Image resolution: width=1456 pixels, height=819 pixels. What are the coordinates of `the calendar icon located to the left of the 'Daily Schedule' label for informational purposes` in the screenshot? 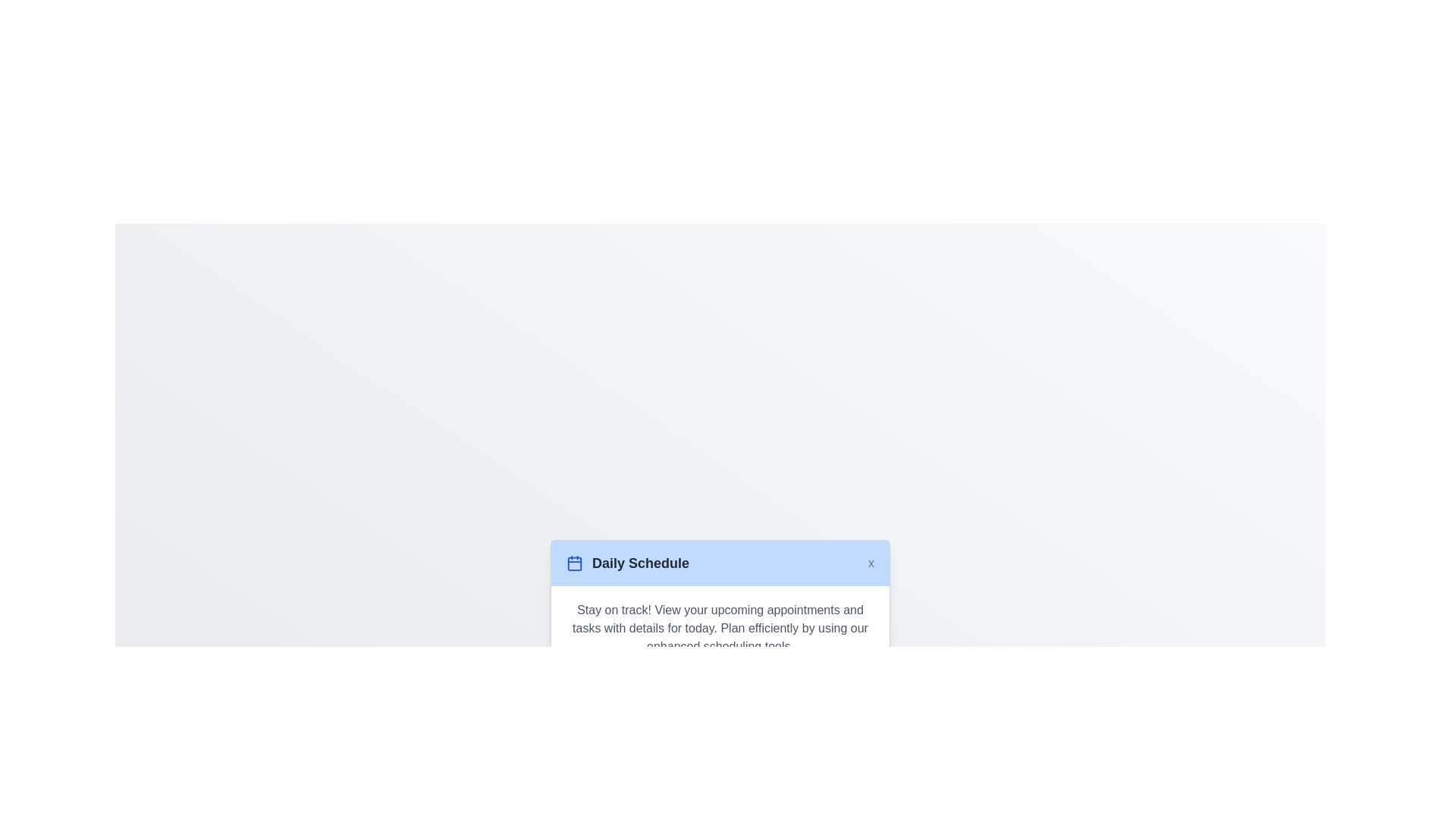 It's located at (574, 563).